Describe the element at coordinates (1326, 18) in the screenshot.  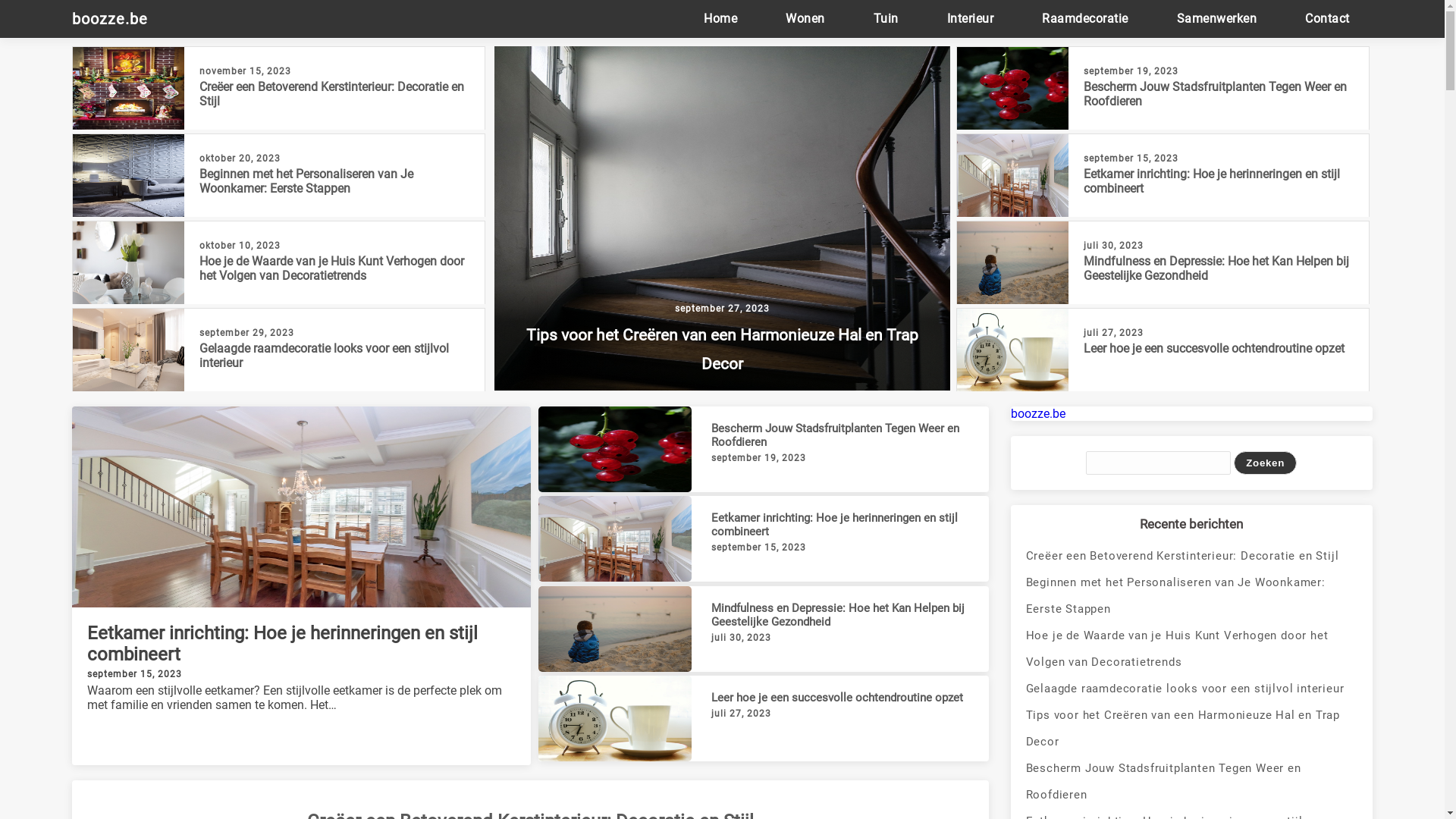
I see `'Contact'` at that location.